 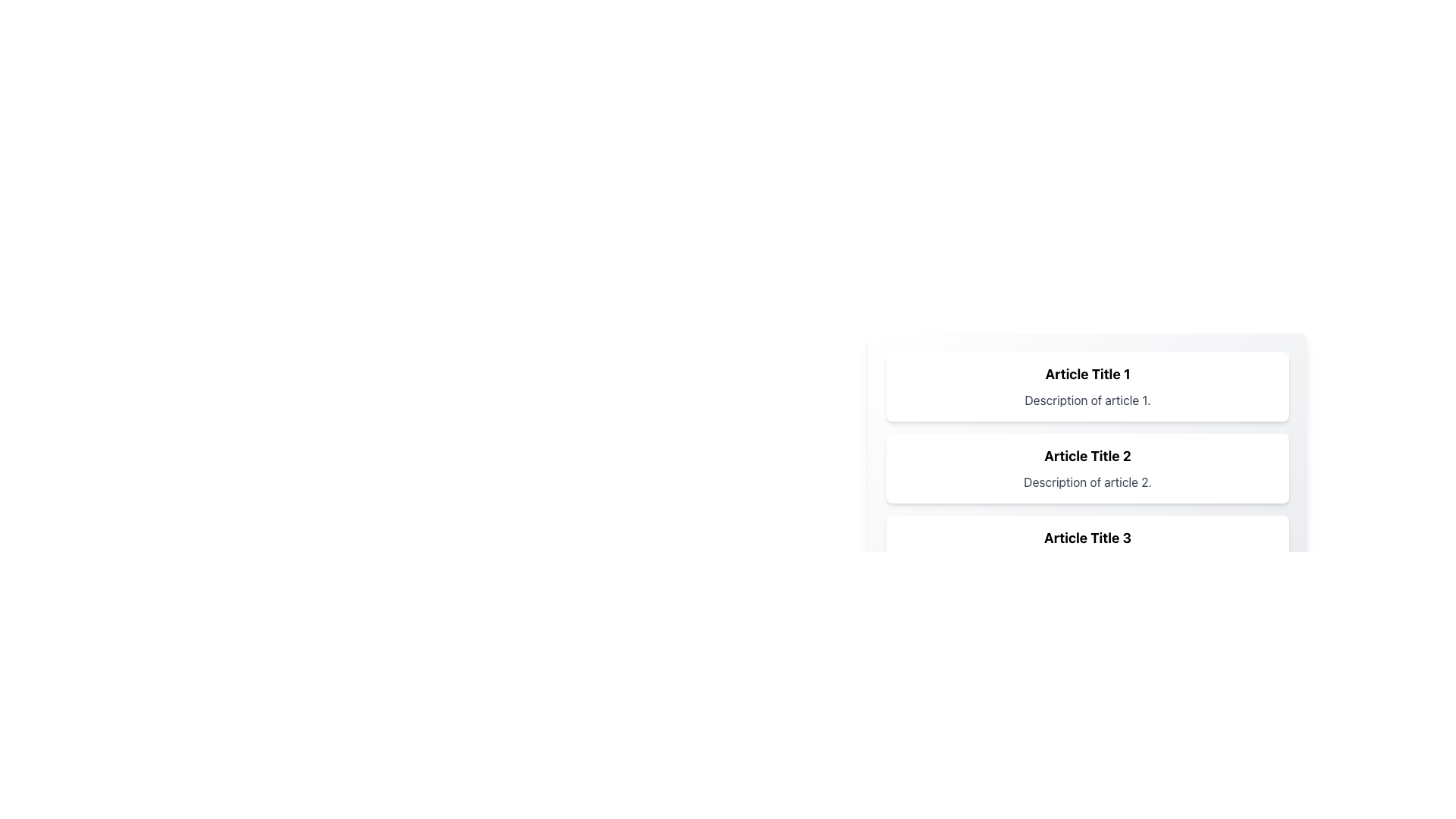 What do you see at coordinates (1087, 455) in the screenshot?
I see `title text of the second article located in the middle of the page within the second card of the article list` at bounding box center [1087, 455].